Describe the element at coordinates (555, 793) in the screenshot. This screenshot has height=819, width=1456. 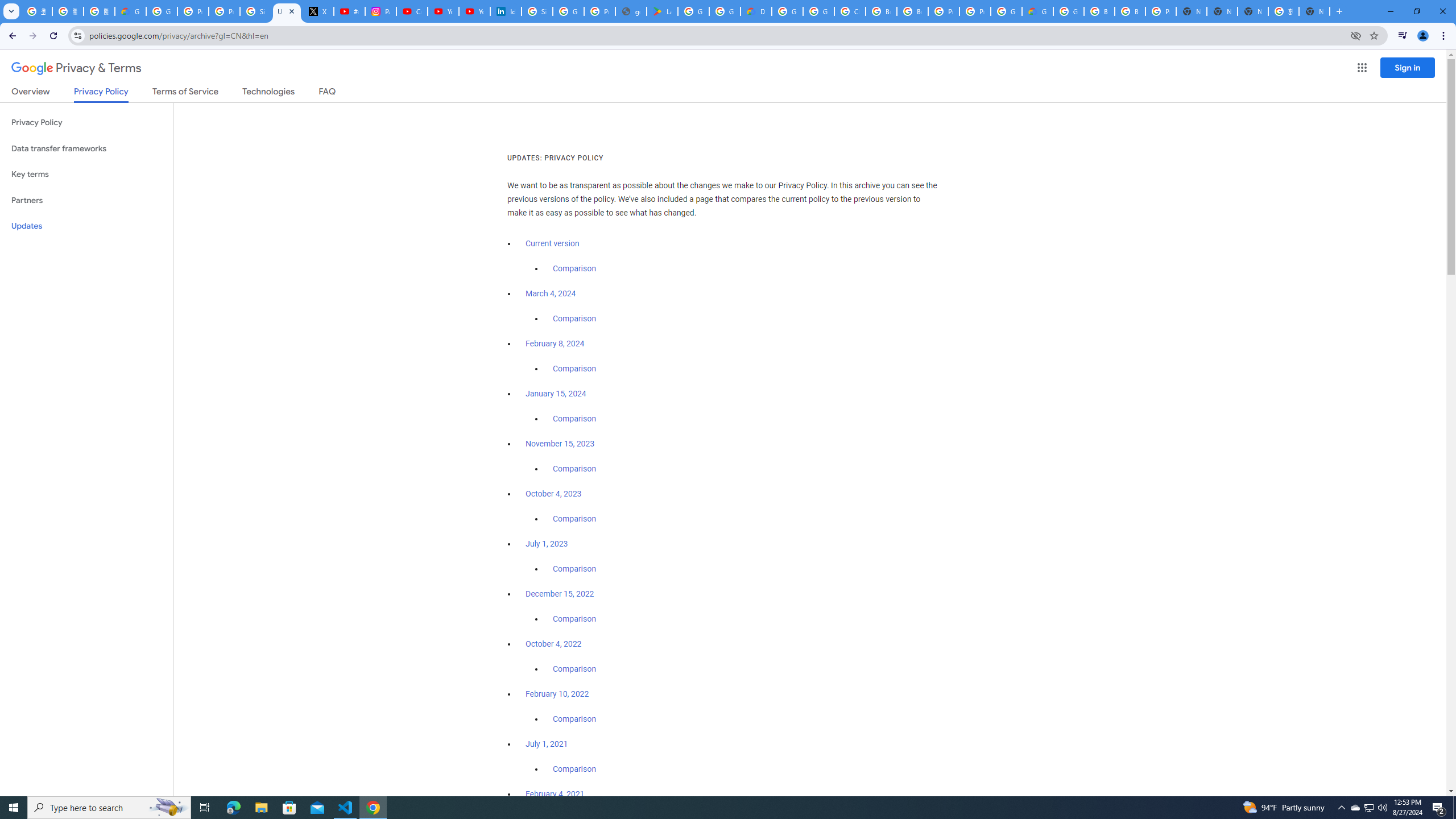
I see `'February 4, 2021'` at that location.